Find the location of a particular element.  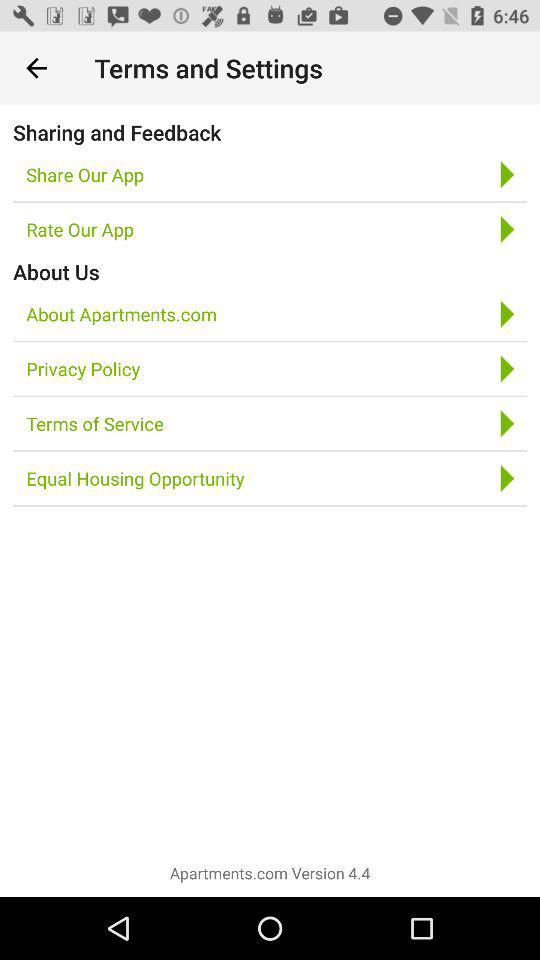

icon above sharing and feedback item is located at coordinates (36, 68).